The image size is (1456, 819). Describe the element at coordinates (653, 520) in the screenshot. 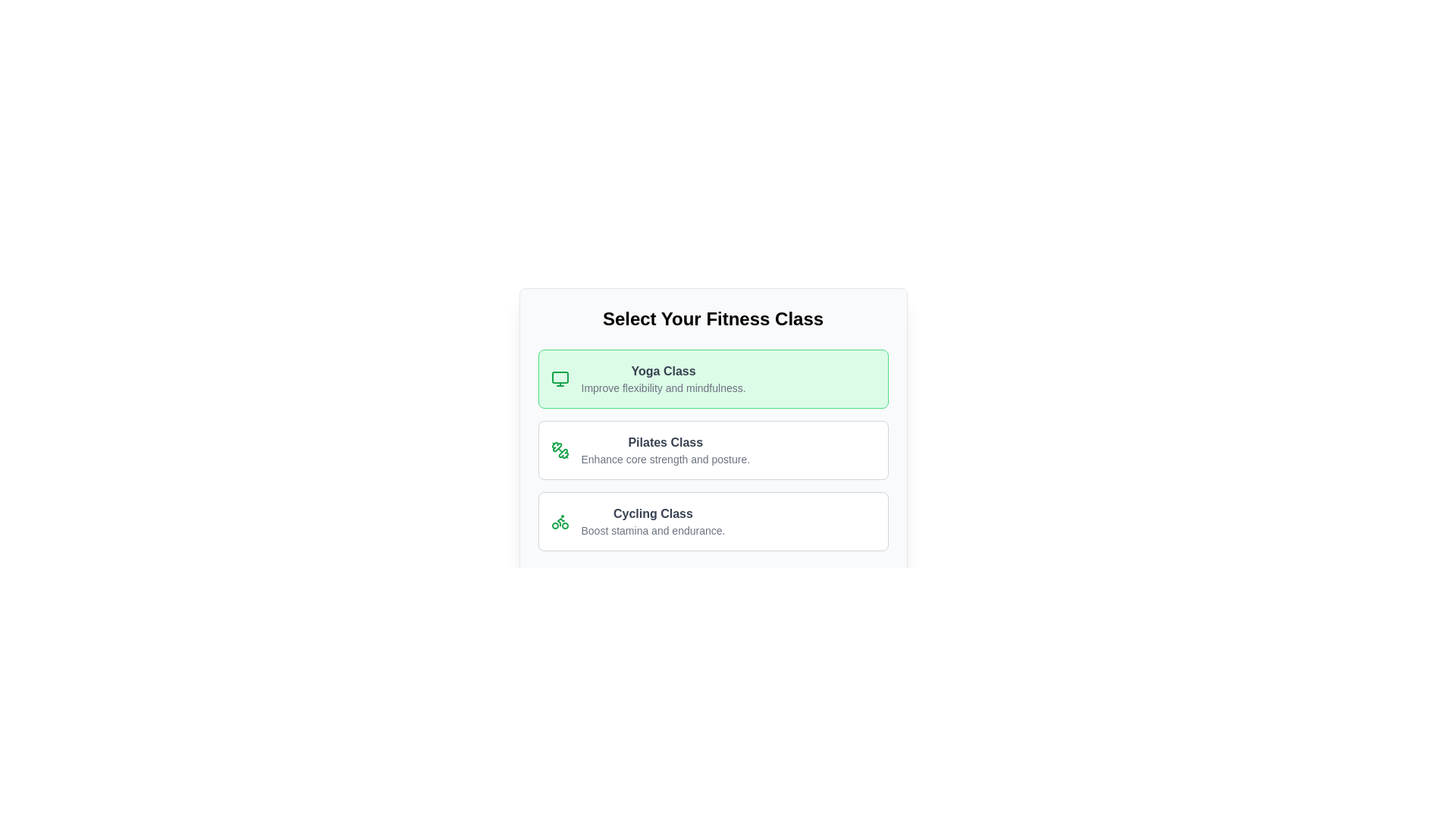

I see `the third and last item in the vertical list of fitness class options, which provides information about the class title and description, located beneath the 'Pilates Class' option` at that location.